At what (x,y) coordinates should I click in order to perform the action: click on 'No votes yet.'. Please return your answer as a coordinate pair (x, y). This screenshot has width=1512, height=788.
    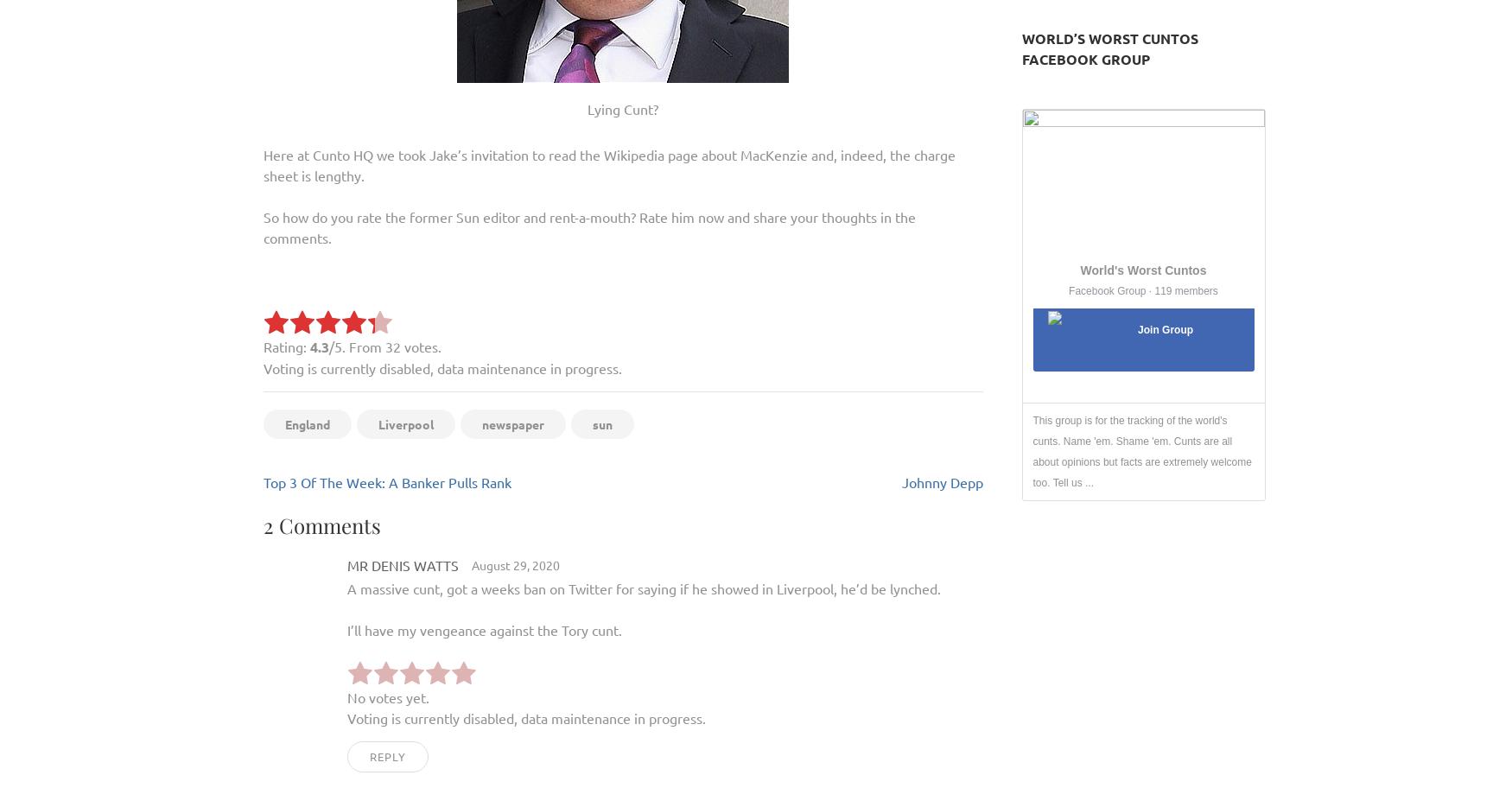
    Looking at the image, I should click on (346, 696).